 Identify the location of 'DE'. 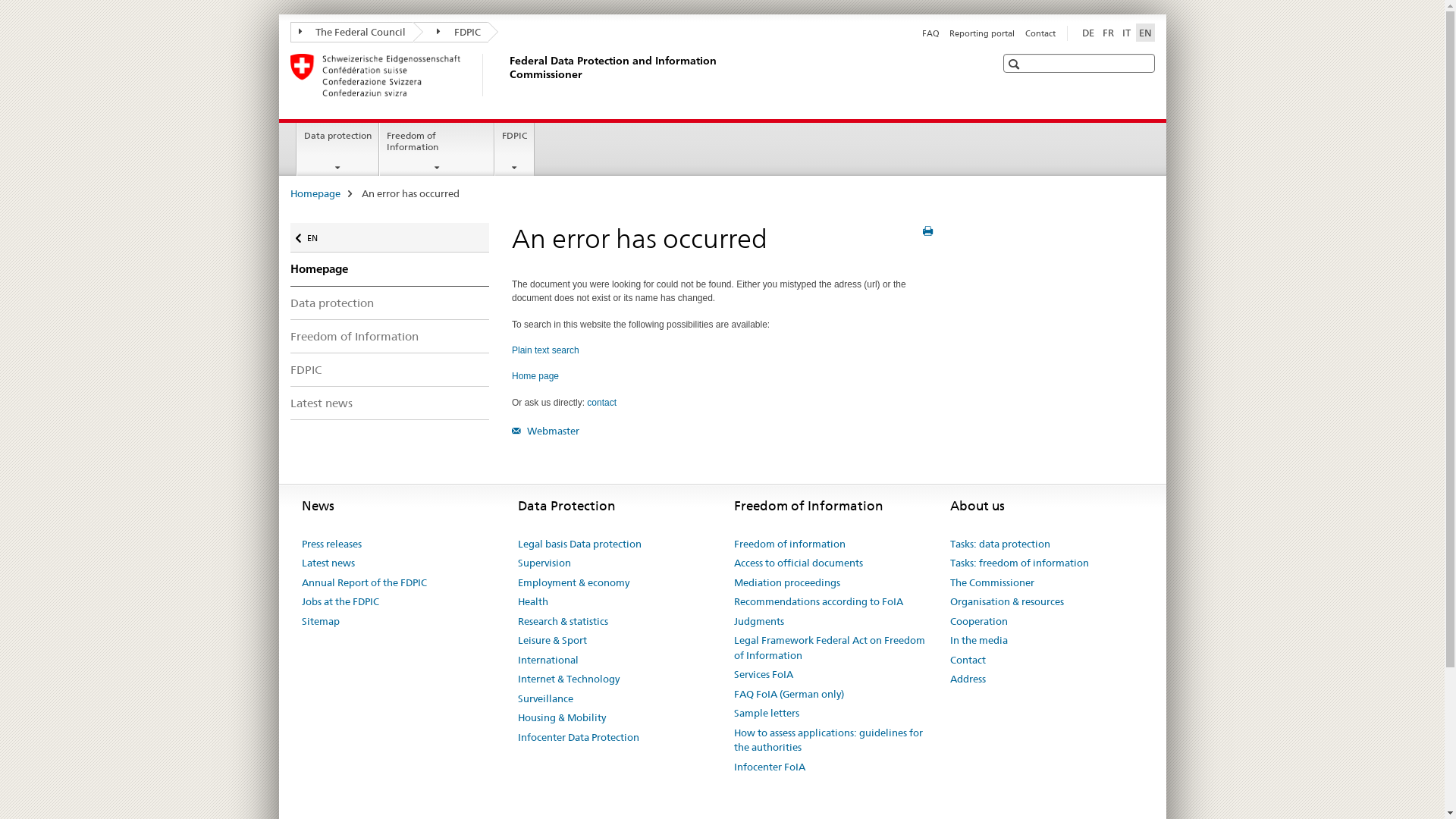
(1087, 32).